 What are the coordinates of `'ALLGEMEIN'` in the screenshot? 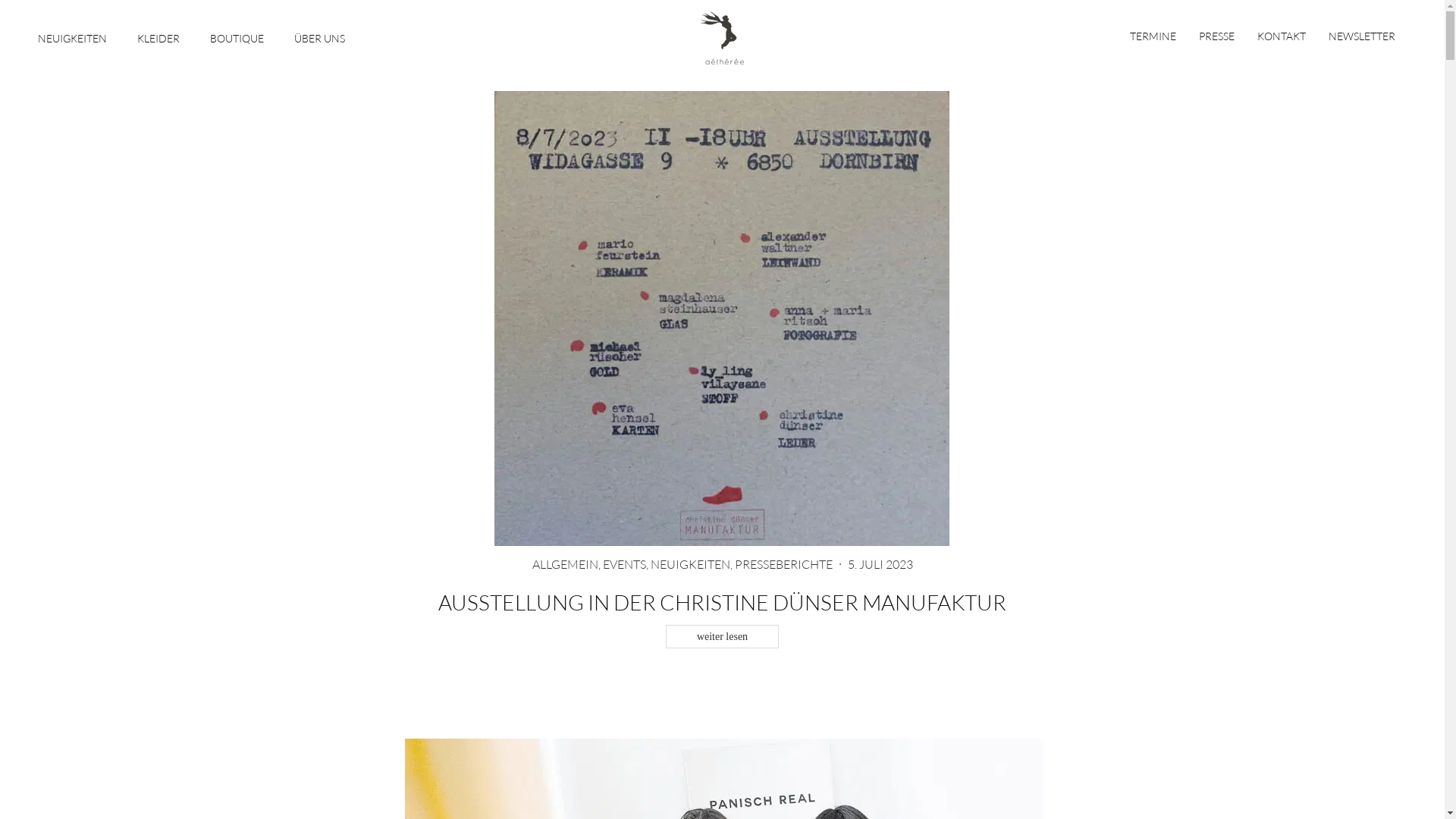 It's located at (532, 564).